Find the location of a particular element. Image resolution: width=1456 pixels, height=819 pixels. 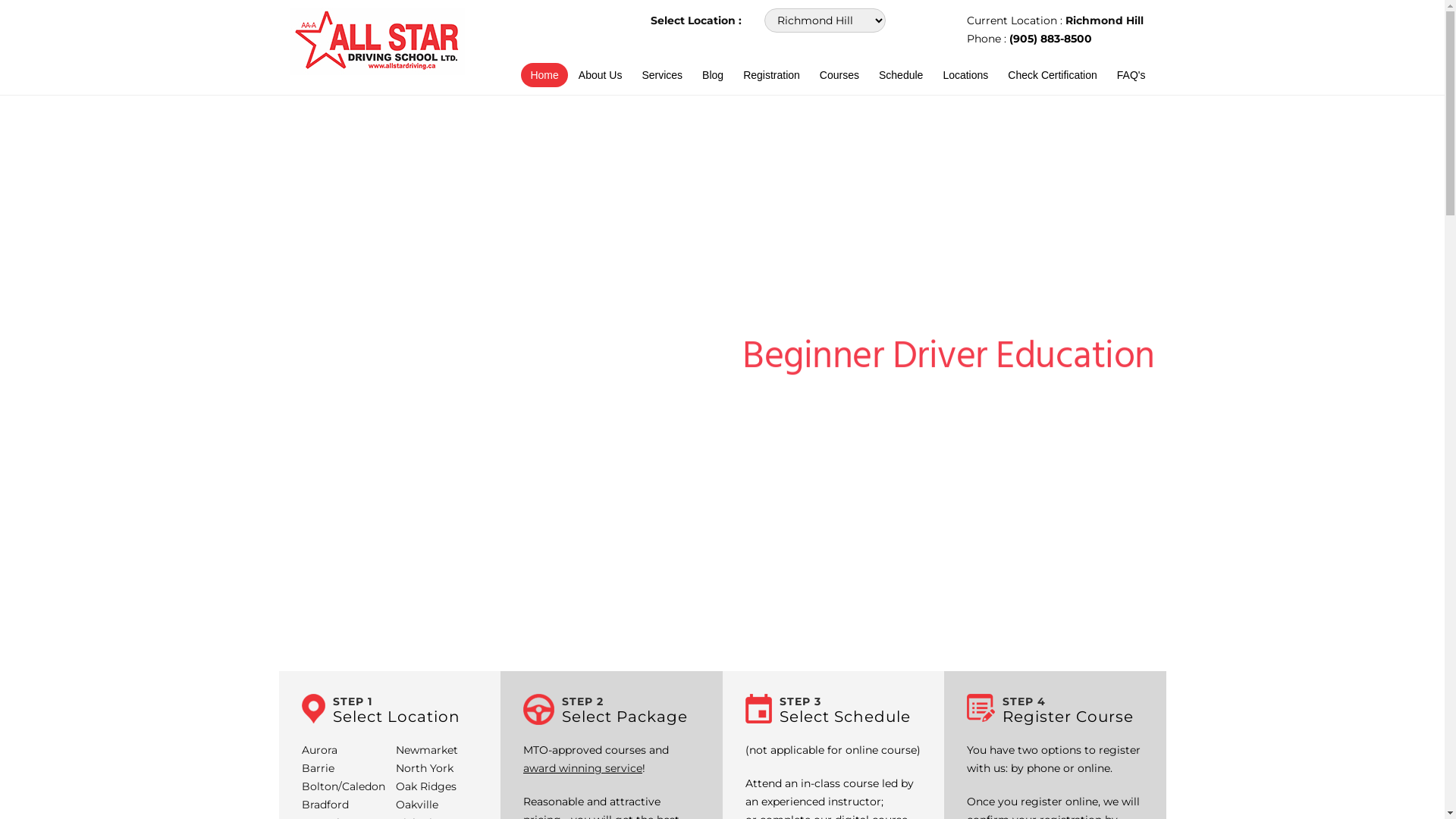

'Services' is located at coordinates (632, 75).